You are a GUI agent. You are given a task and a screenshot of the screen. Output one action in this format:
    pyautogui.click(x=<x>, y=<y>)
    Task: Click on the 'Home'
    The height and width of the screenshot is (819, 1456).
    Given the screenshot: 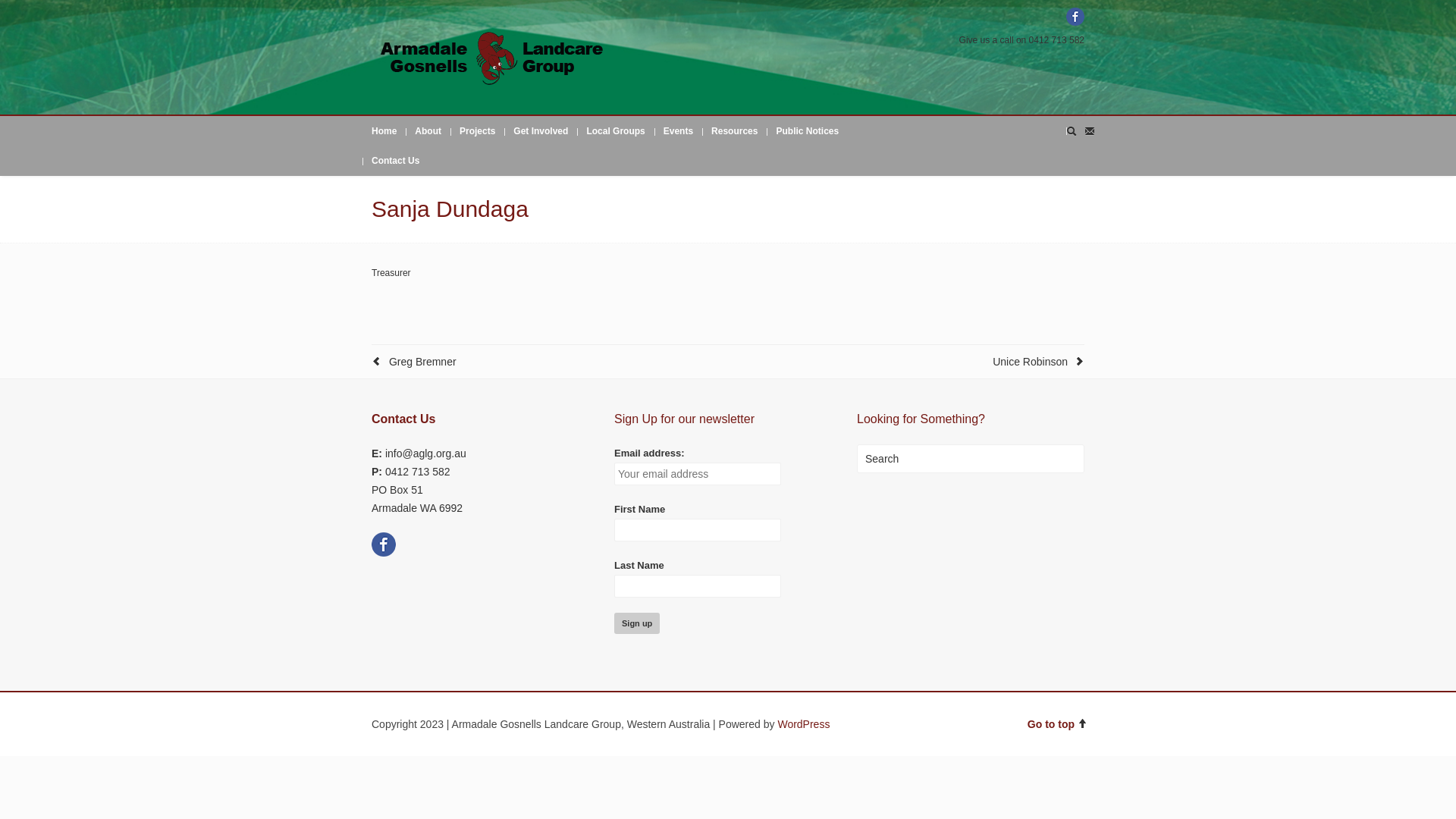 What is the action you would take?
    pyautogui.click(x=384, y=130)
    